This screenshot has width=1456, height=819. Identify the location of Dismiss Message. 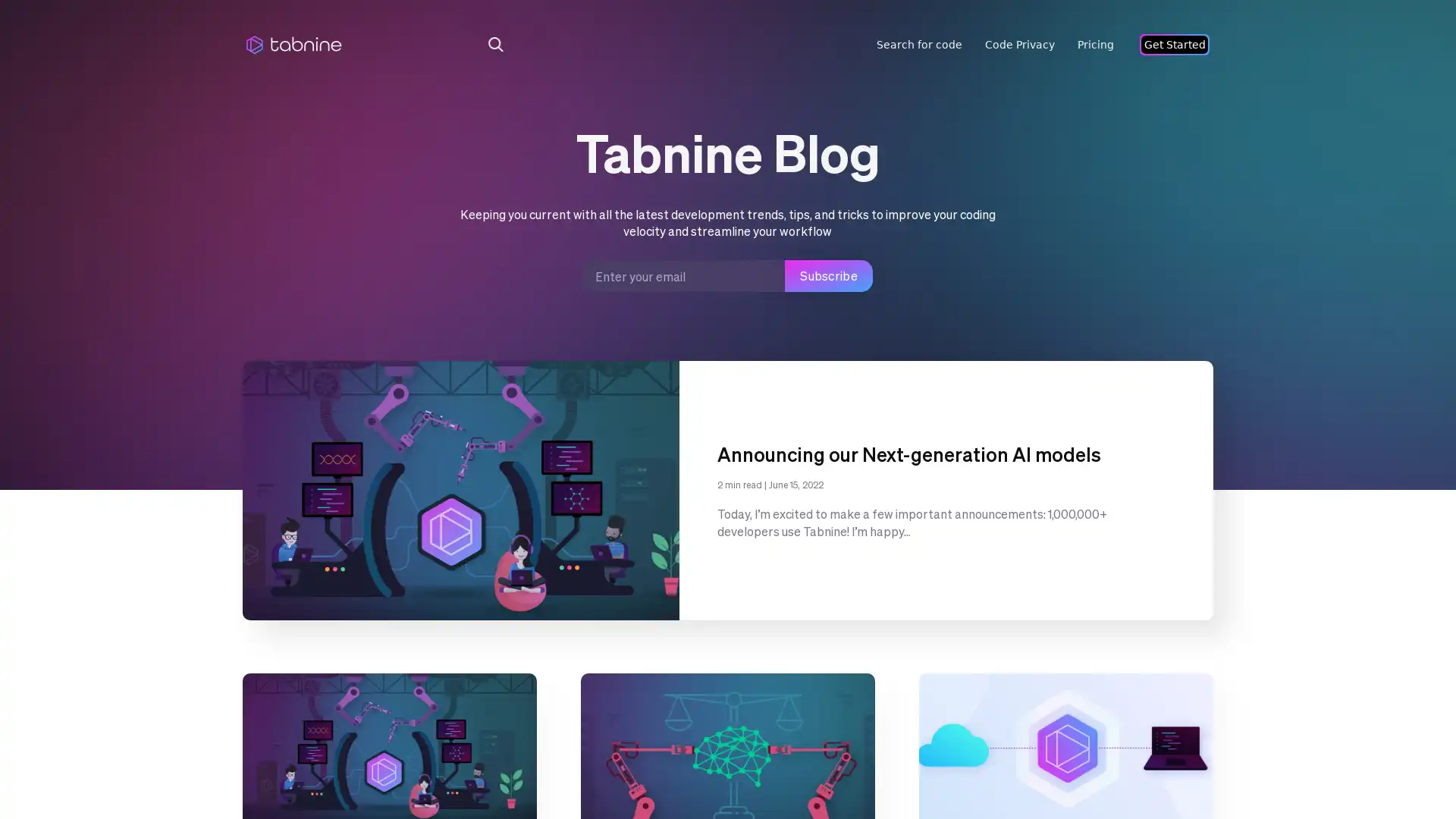
(1376, 761).